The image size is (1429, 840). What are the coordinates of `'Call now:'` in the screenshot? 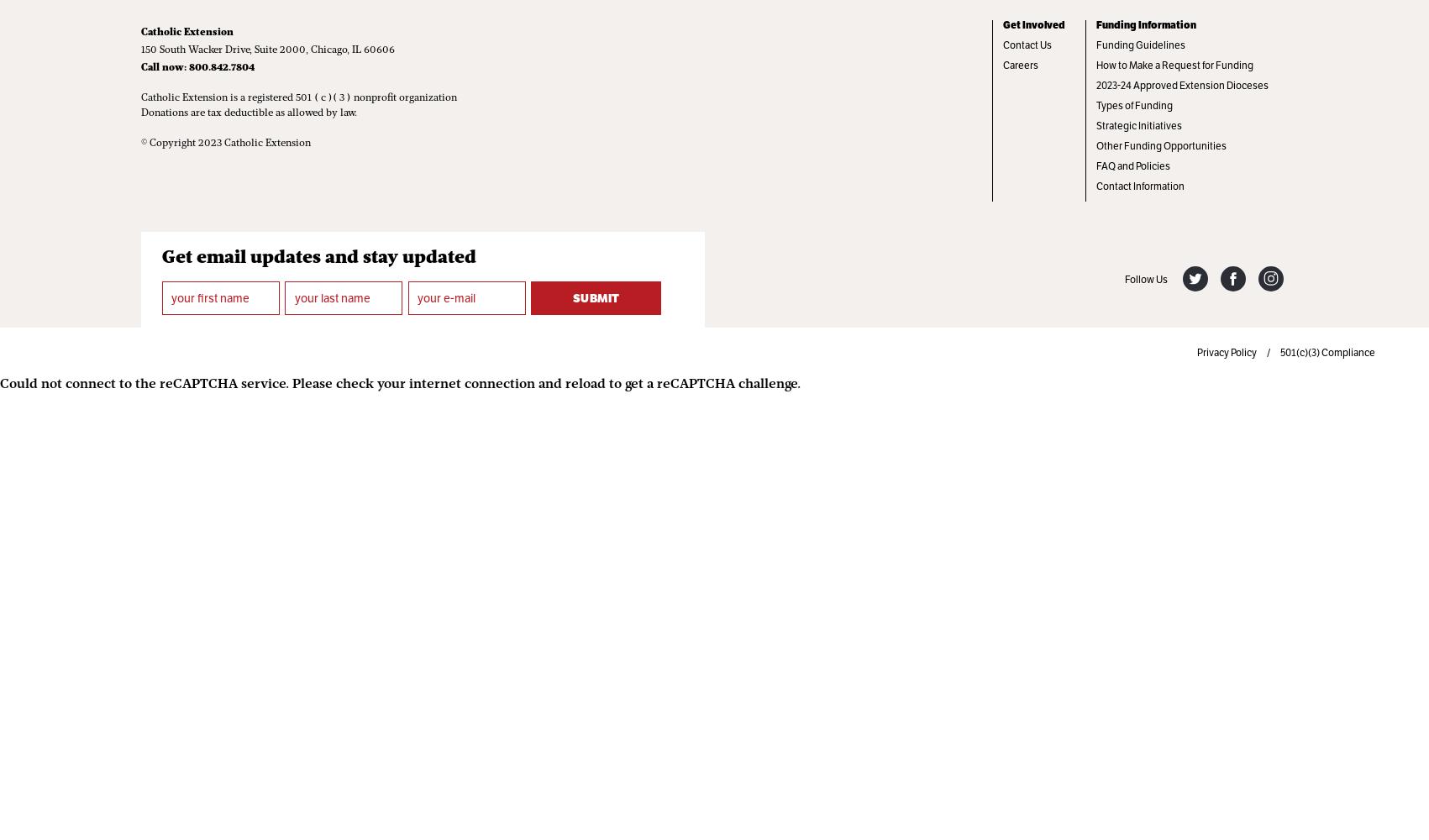 It's located at (163, 67).